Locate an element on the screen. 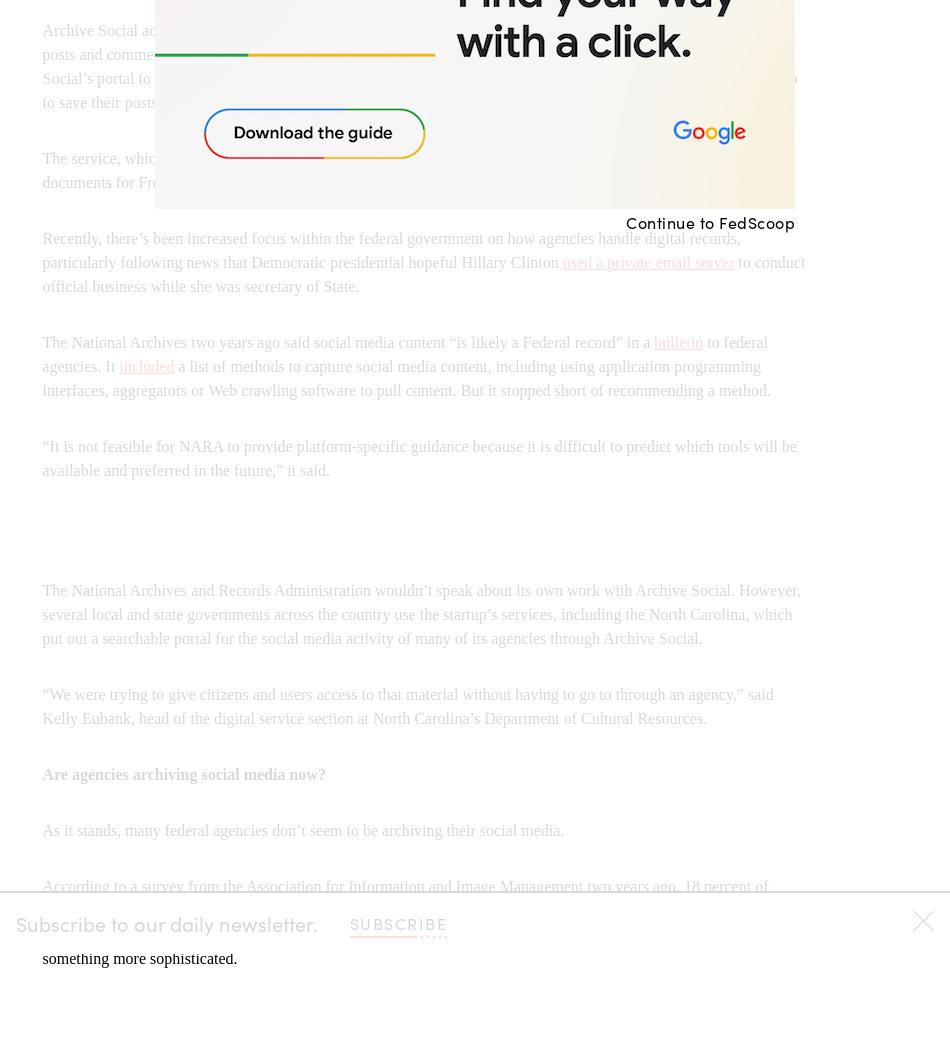  'As it stands, many federal agencies don’t seem to be archiving their social media.' is located at coordinates (301, 830).